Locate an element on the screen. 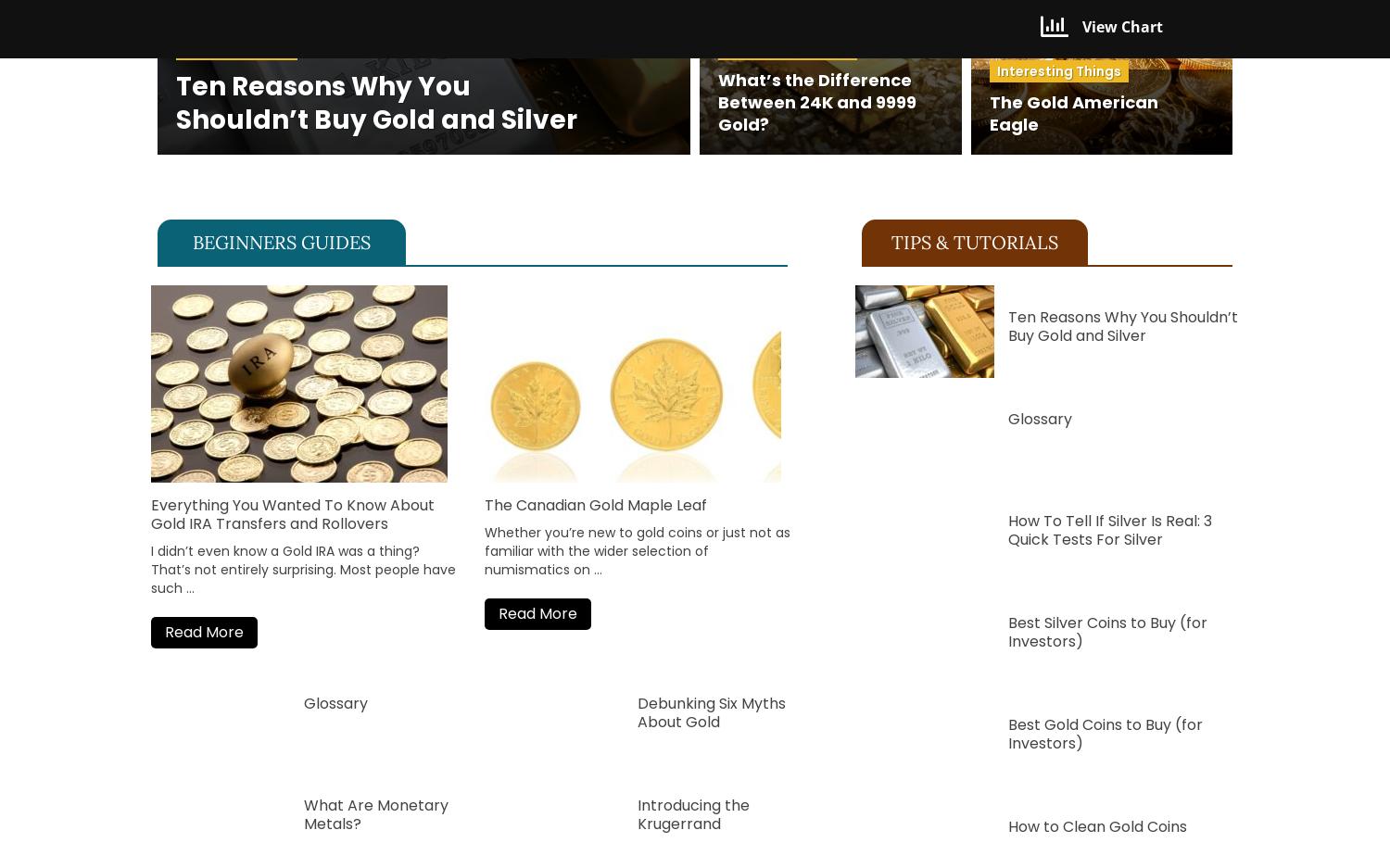  'Best Silver Coins to Buy (for Investors)' is located at coordinates (1006, 630).